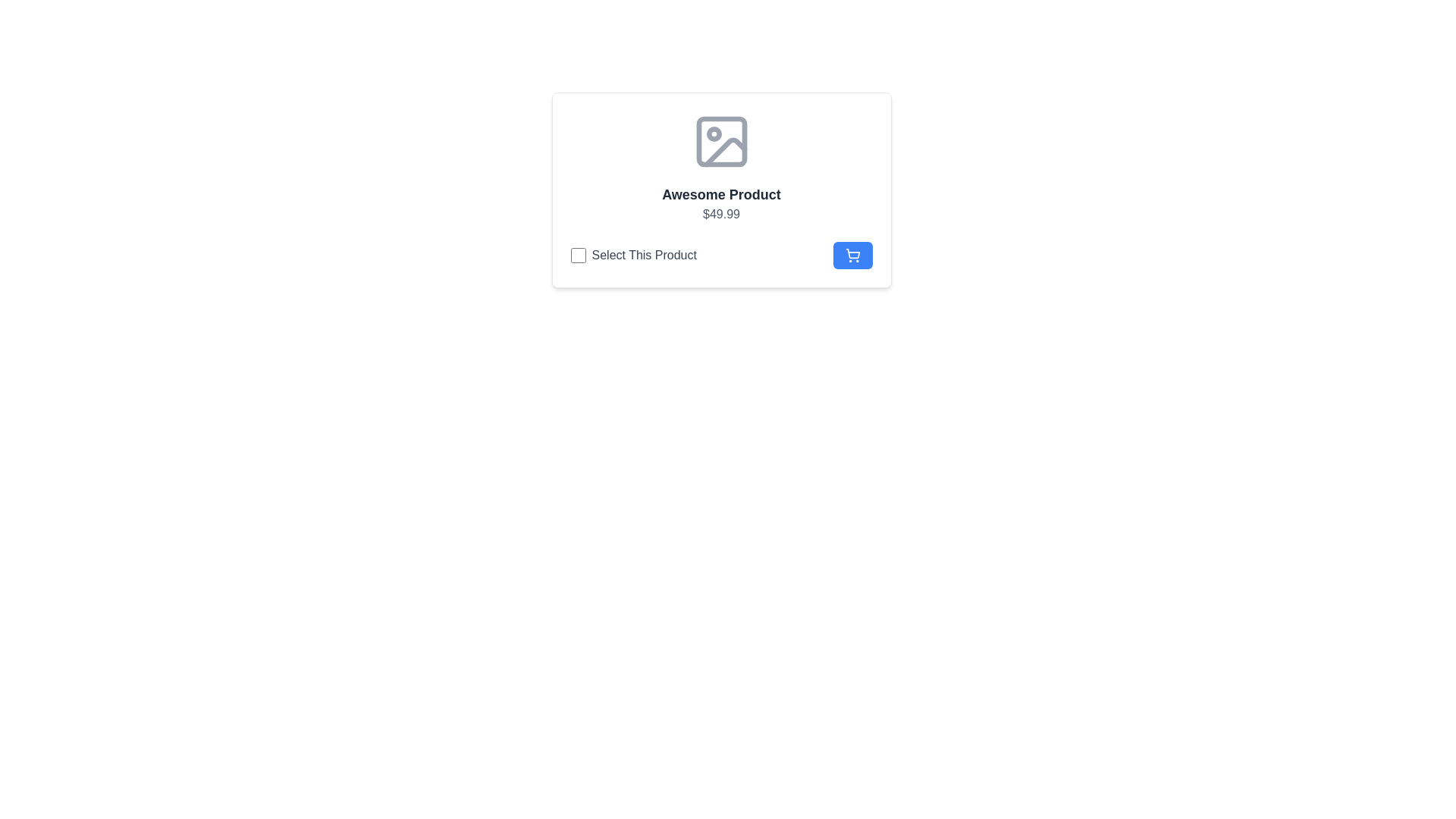  Describe the element at coordinates (720, 141) in the screenshot. I see `the small, rectangular SVG shape with rounded corners and gray fill, which is part of the image icon above the title 'Awesome Product' in the card layout` at that location.